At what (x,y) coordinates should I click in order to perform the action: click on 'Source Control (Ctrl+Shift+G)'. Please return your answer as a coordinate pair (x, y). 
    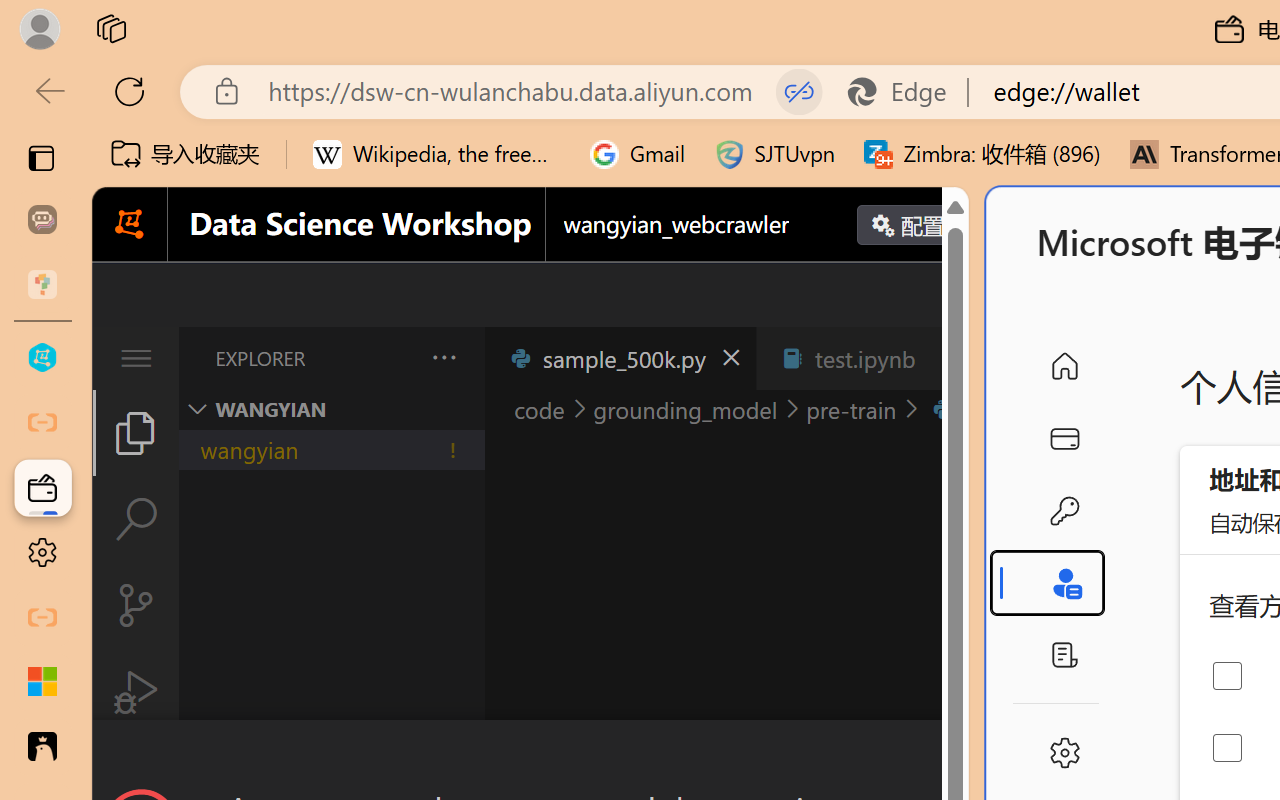
    Looking at the image, I should click on (134, 605).